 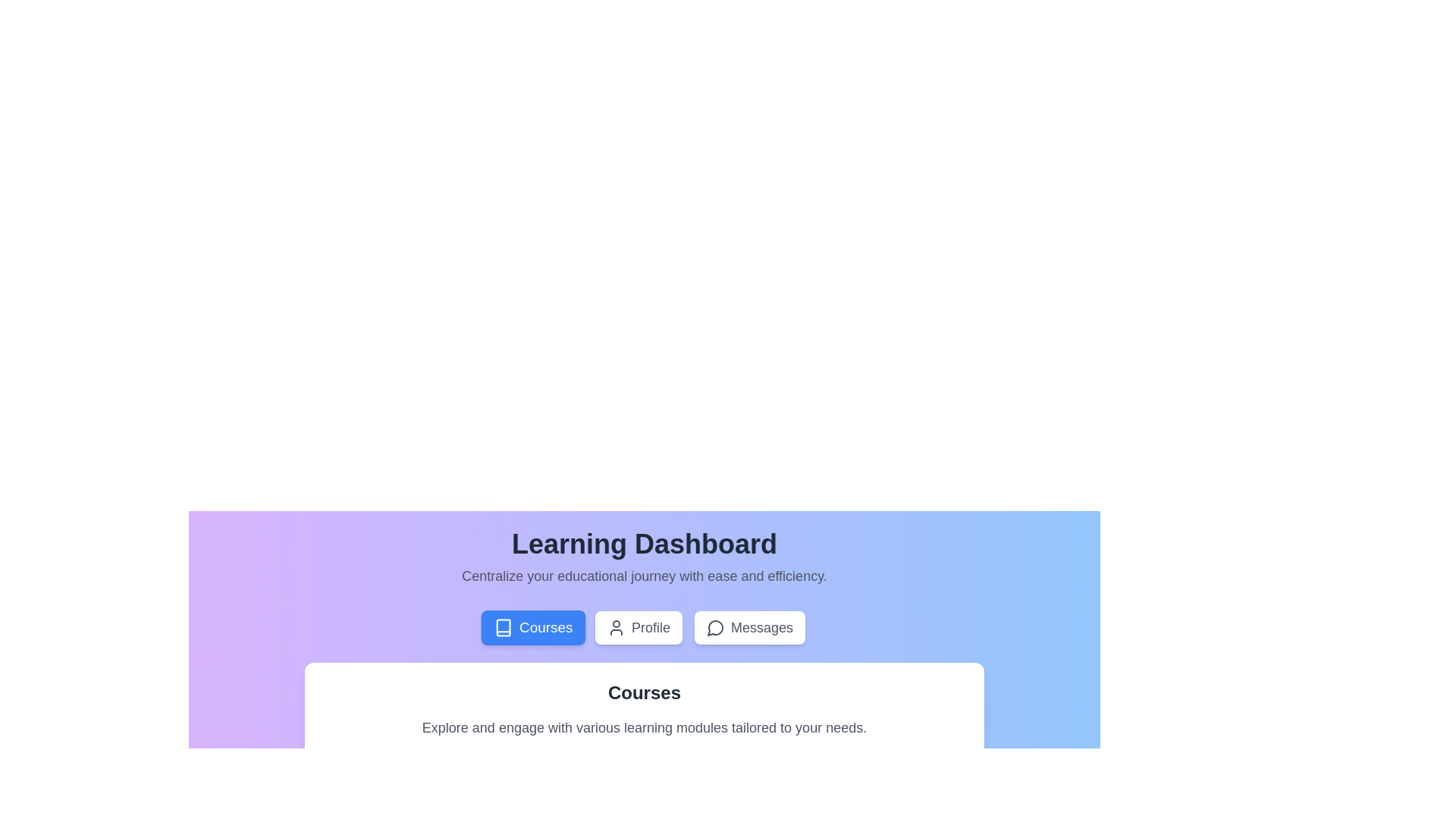 What do you see at coordinates (533, 628) in the screenshot?
I see `the Courses tab button to observe the hover effect` at bounding box center [533, 628].